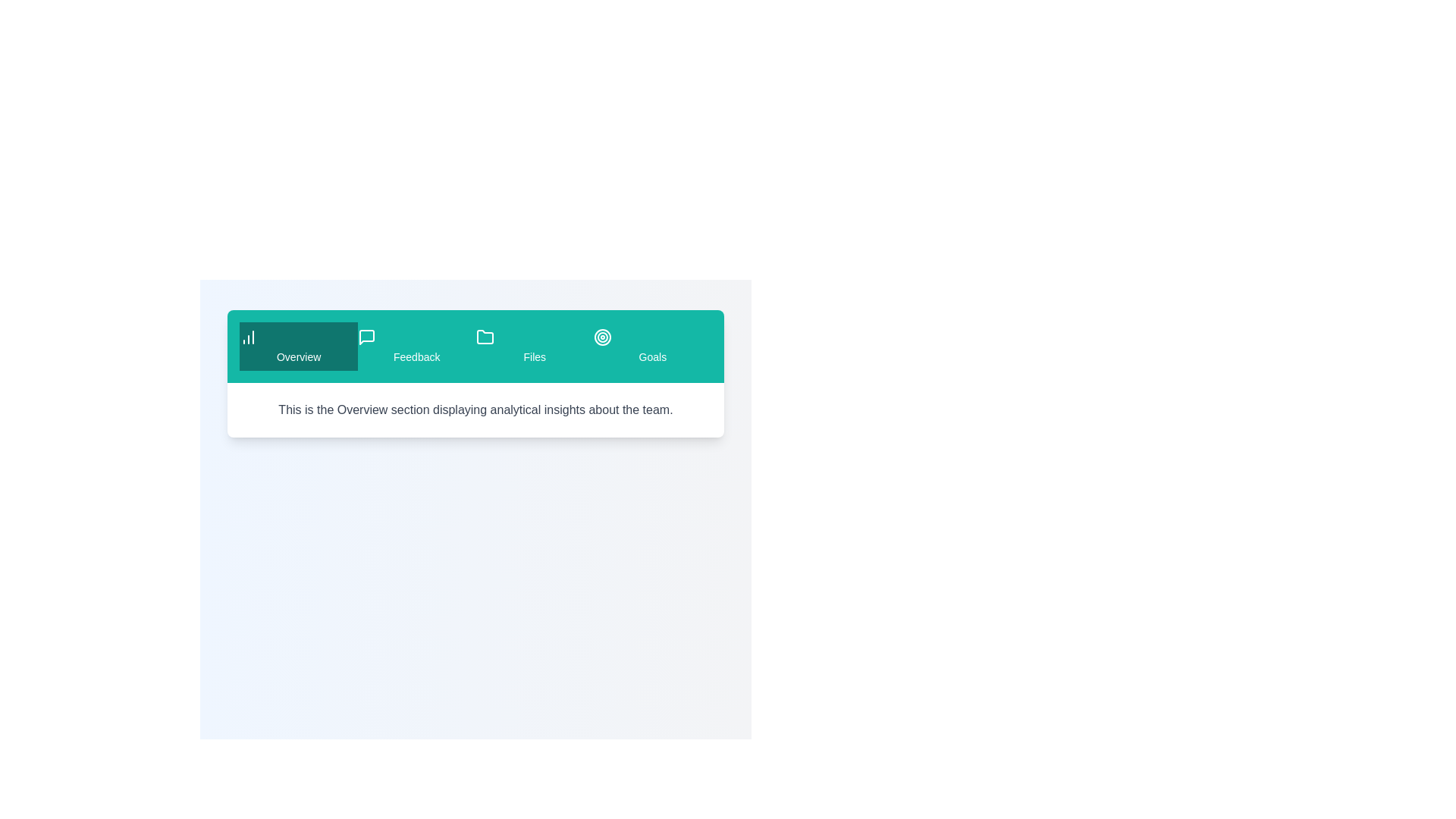 Image resolution: width=1456 pixels, height=819 pixels. I want to click on the tab Overview to view its content, so click(299, 346).